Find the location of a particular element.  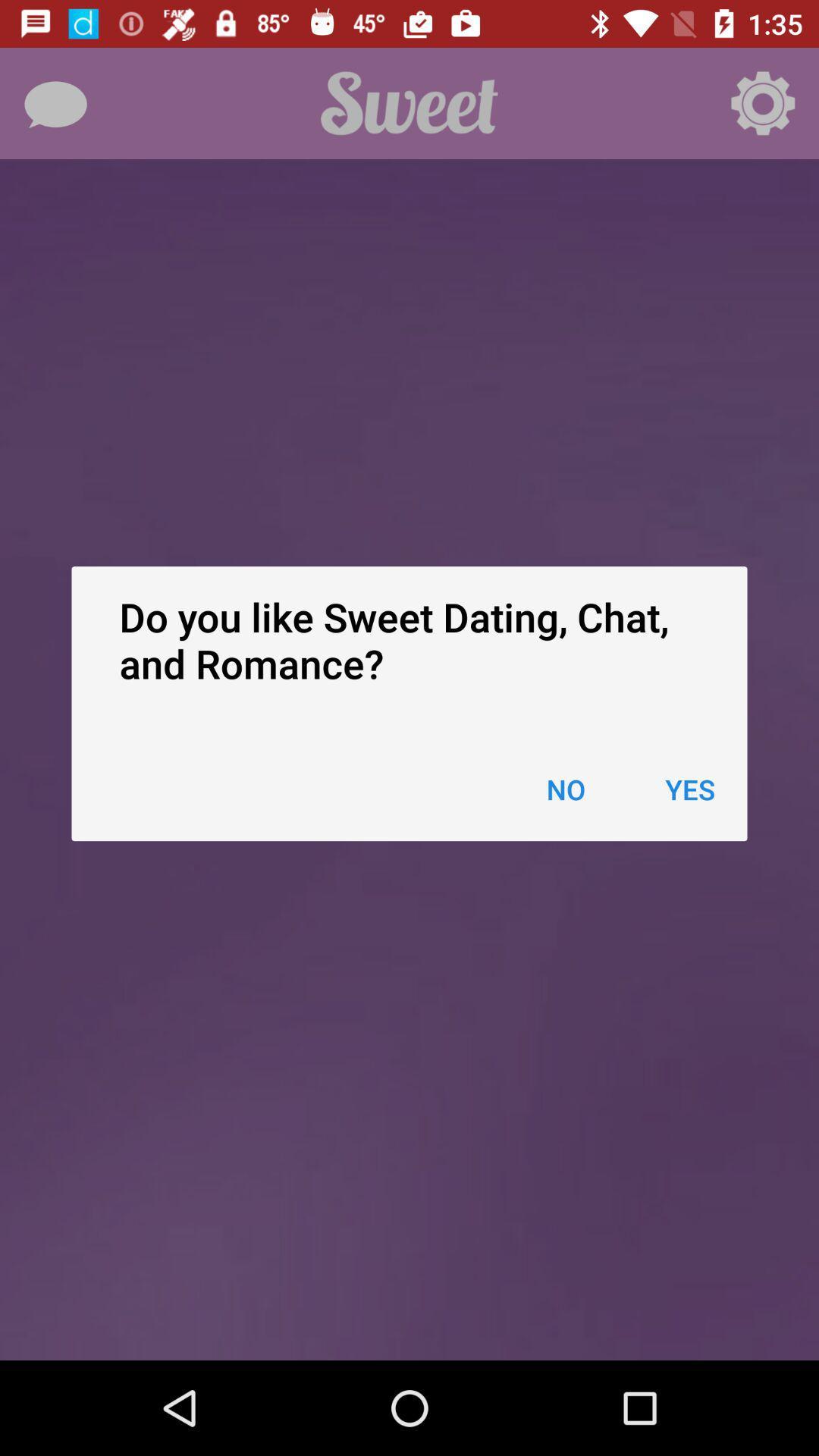

yes item is located at coordinates (690, 789).